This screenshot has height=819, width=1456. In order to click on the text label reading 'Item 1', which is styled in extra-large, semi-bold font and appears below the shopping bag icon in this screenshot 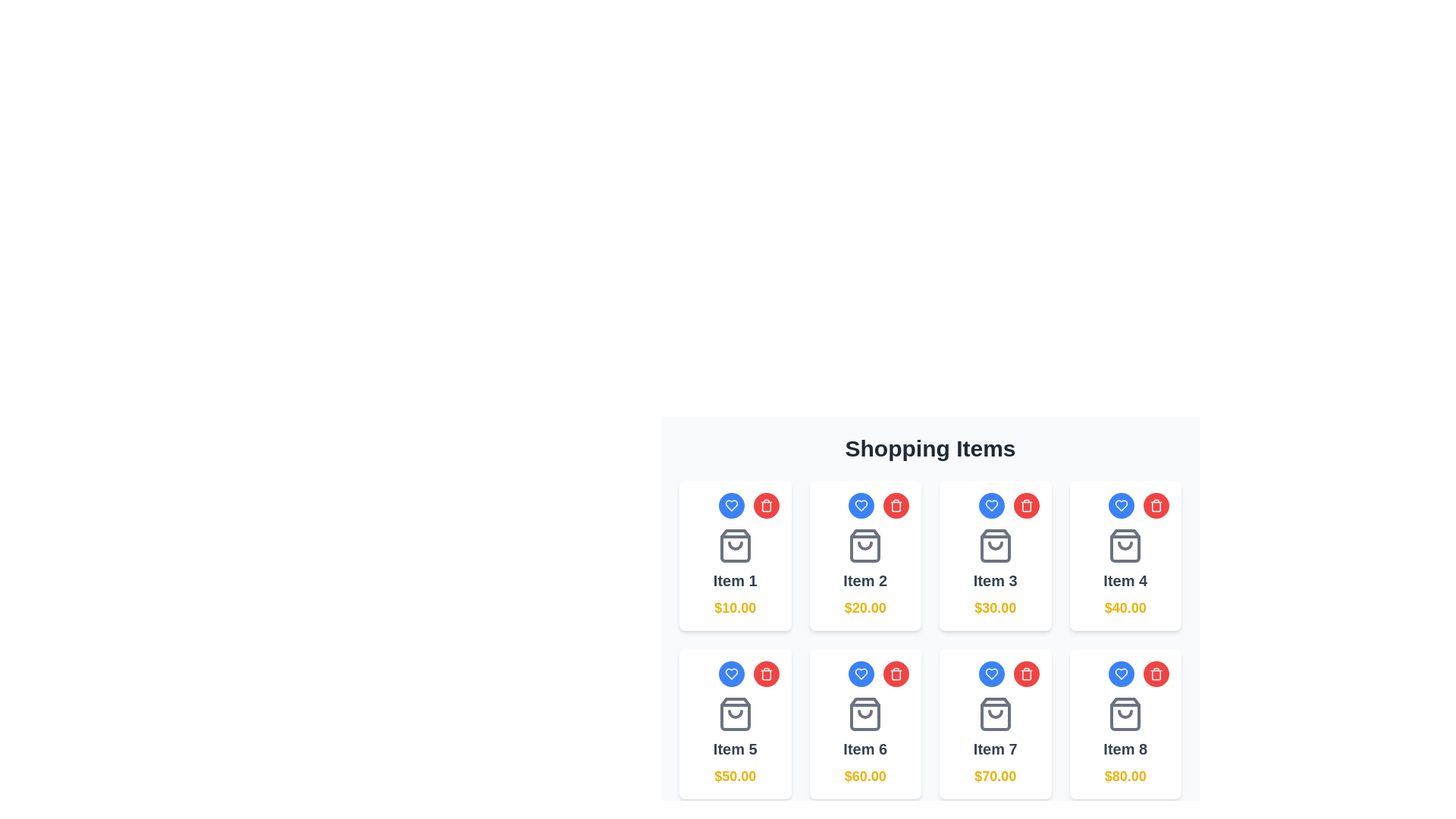, I will do `click(735, 580)`.